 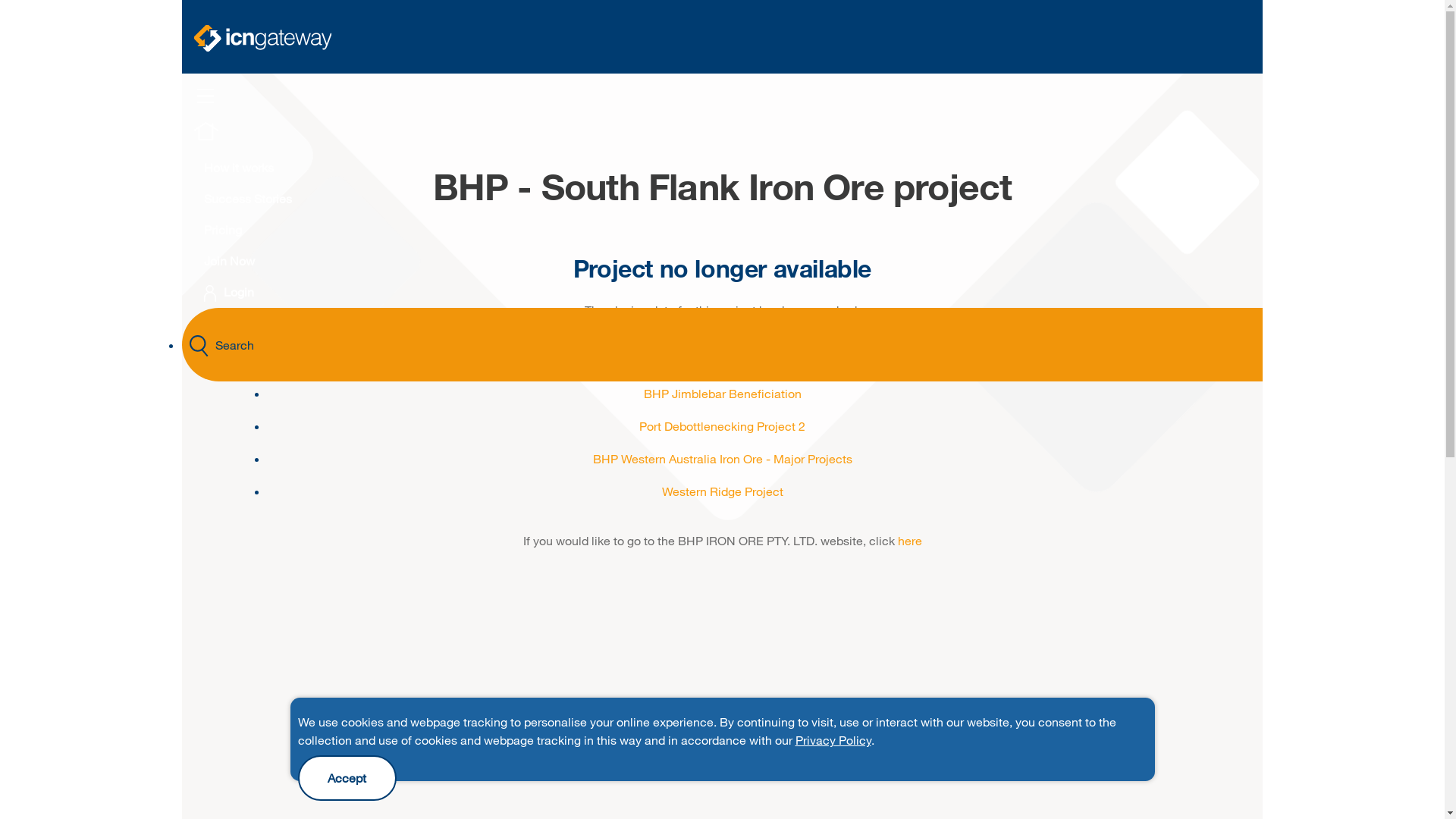 I want to click on 'Pricing', so click(x=184, y=229).